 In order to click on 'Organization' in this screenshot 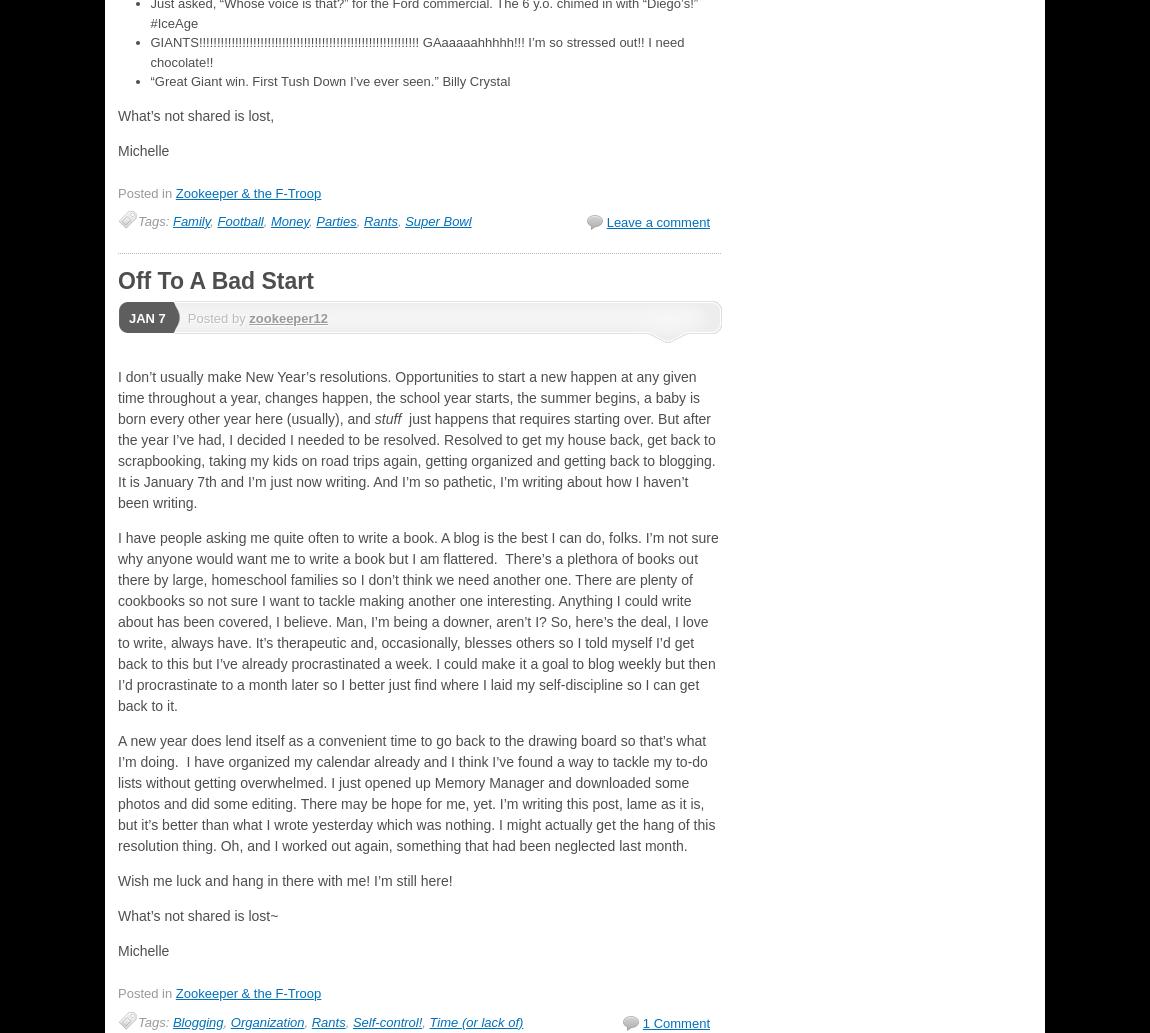, I will do `click(266, 1020)`.